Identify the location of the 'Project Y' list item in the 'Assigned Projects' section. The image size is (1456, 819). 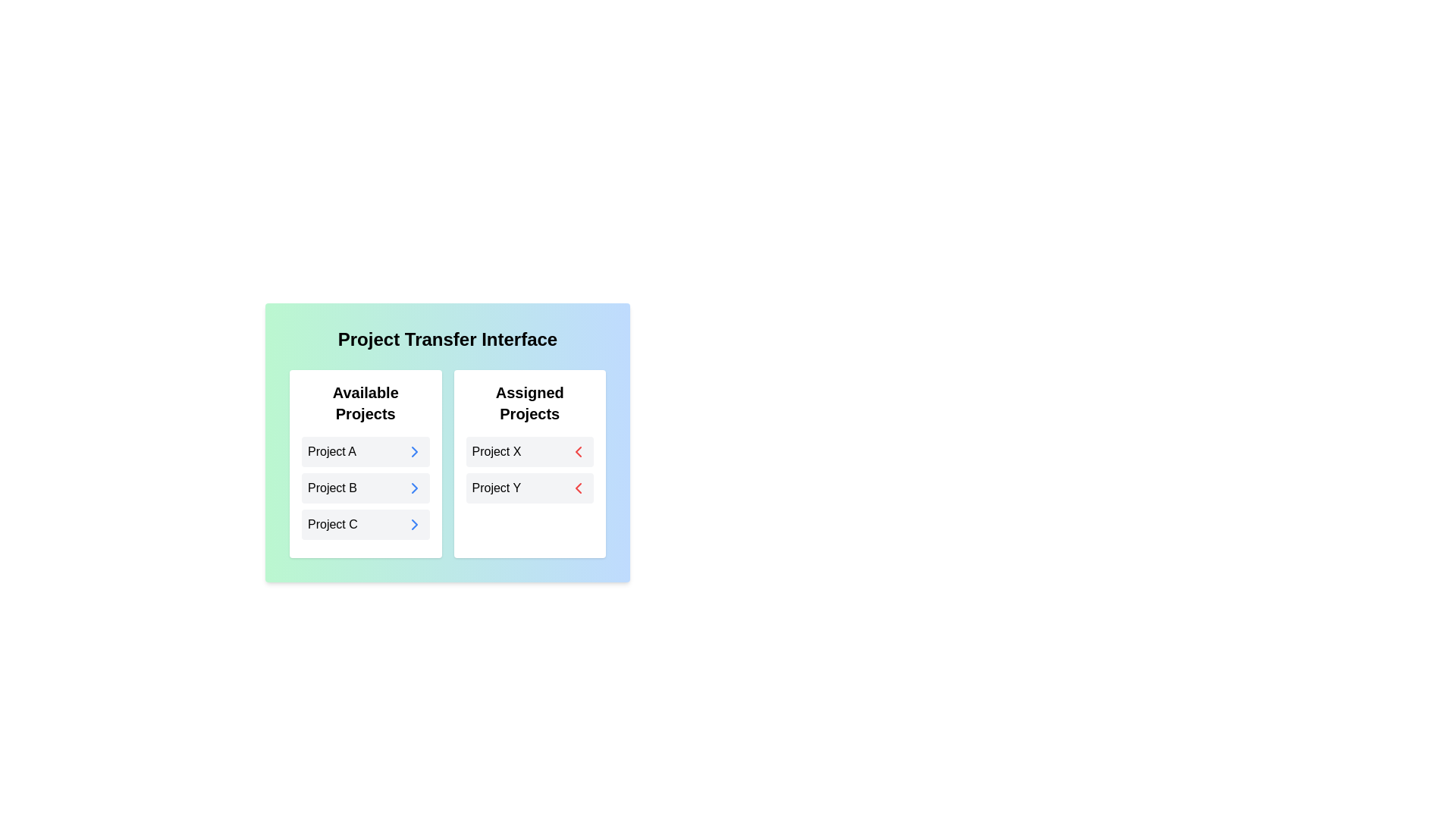
(529, 488).